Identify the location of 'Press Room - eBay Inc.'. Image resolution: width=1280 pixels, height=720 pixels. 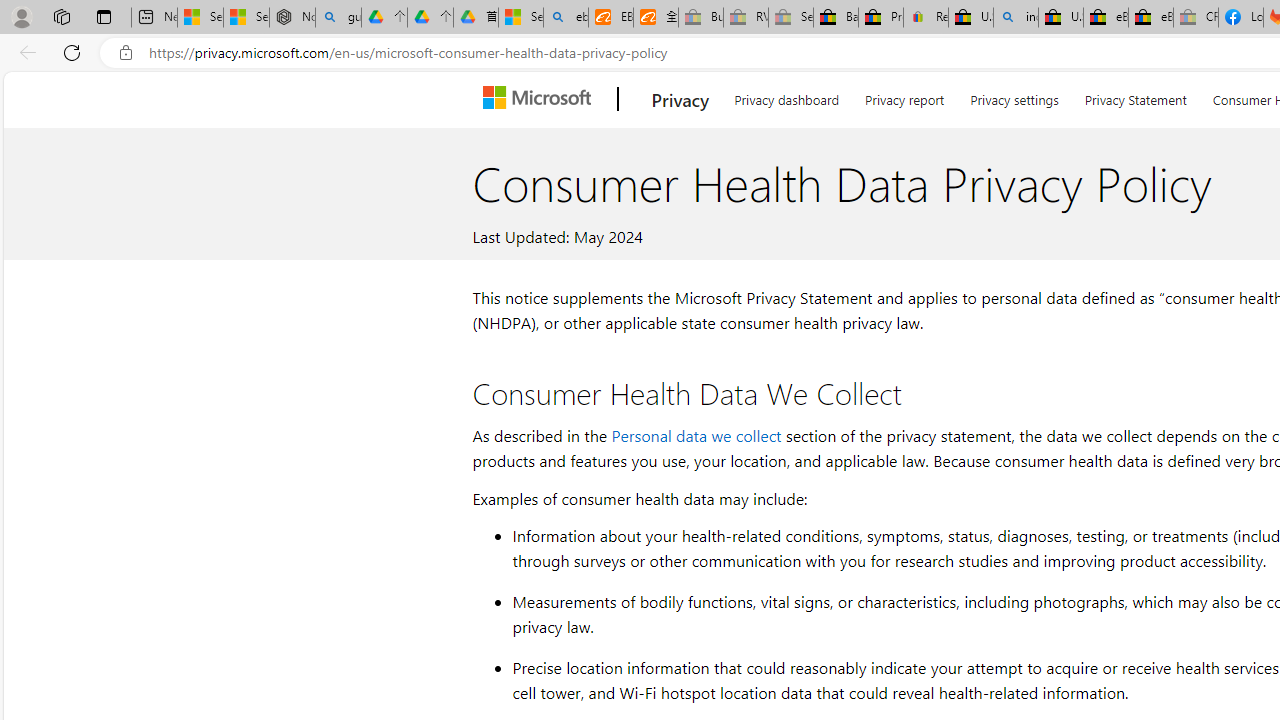
(880, 17).